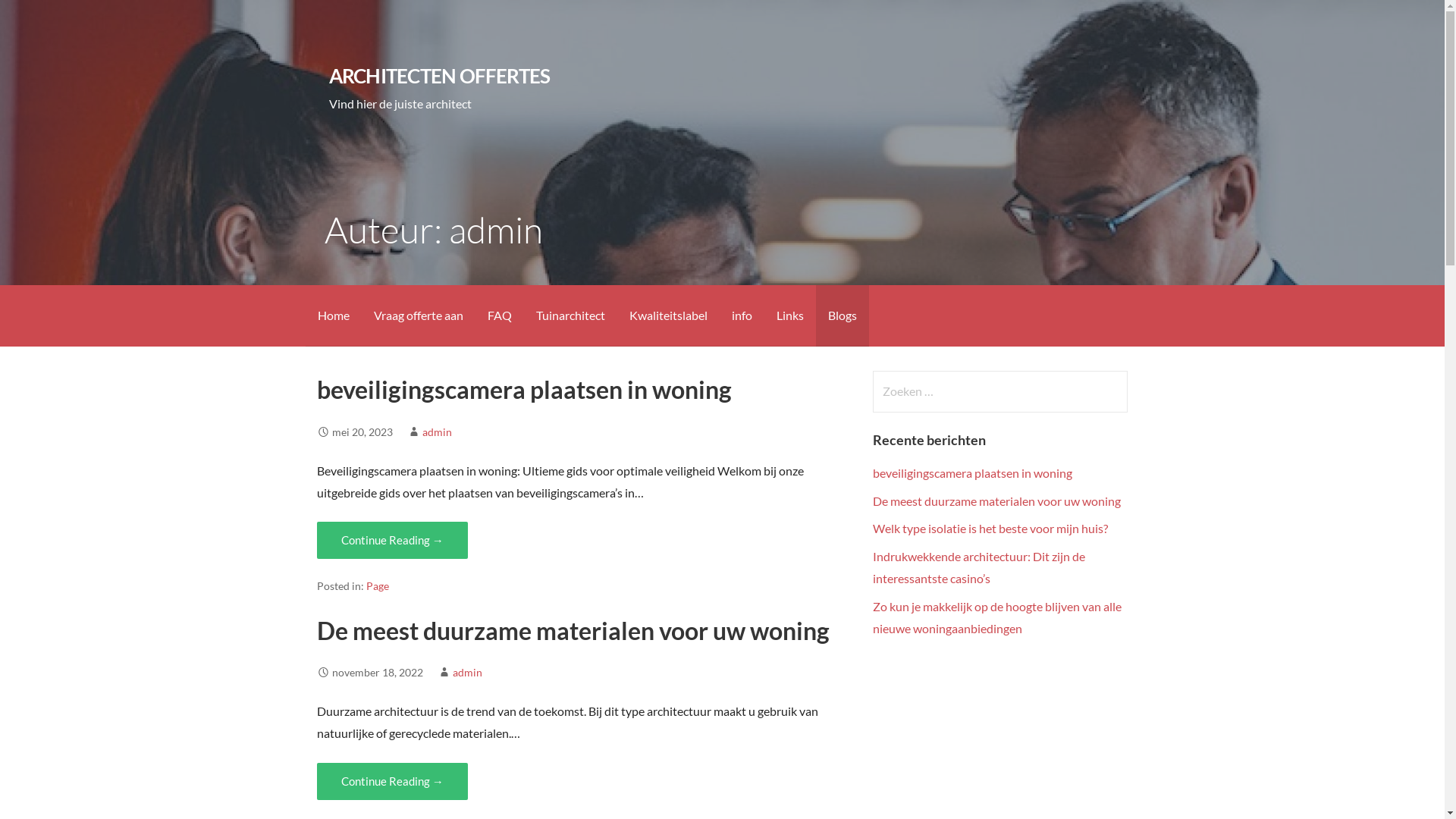 The image size is (1456, 819). Describe the element at coordinates (741, 315) in the screenshot. I see `'info'` at that location.